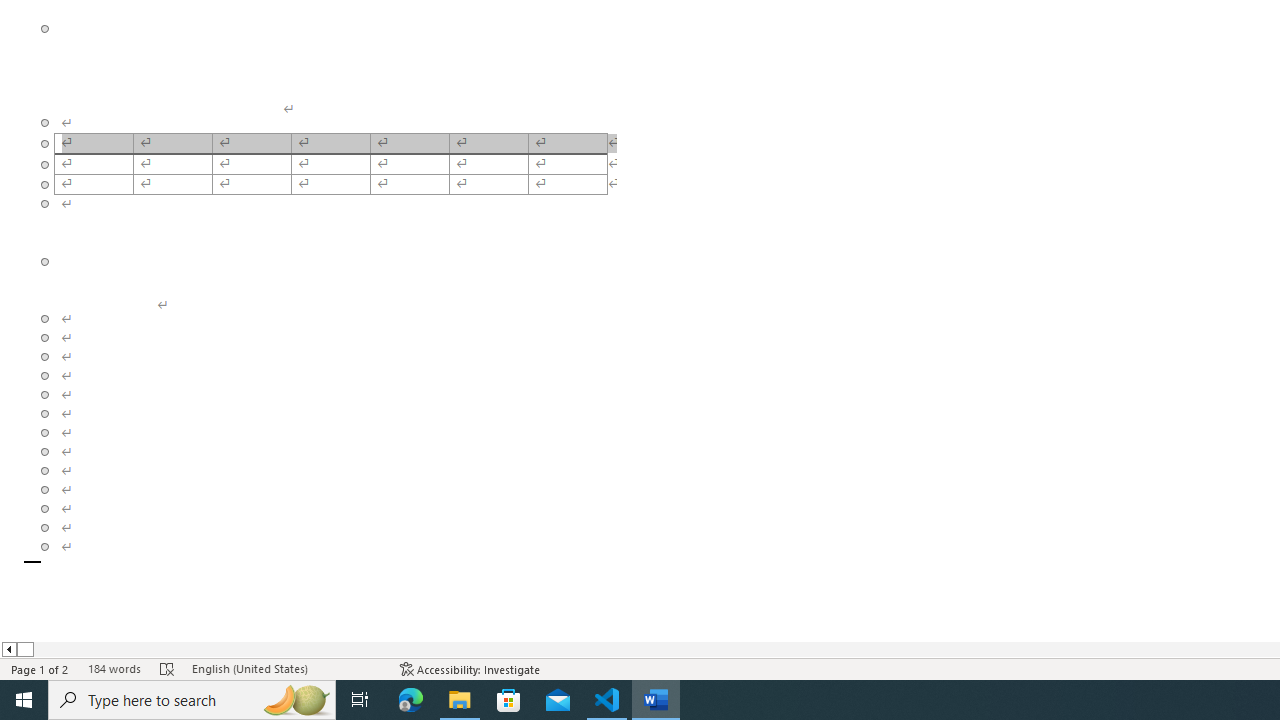 This screenshot has height=720, width=1280. Describe the element at coordinates (112, 669) in the screenshot. I see `'Word Count 184 words'` at that location.